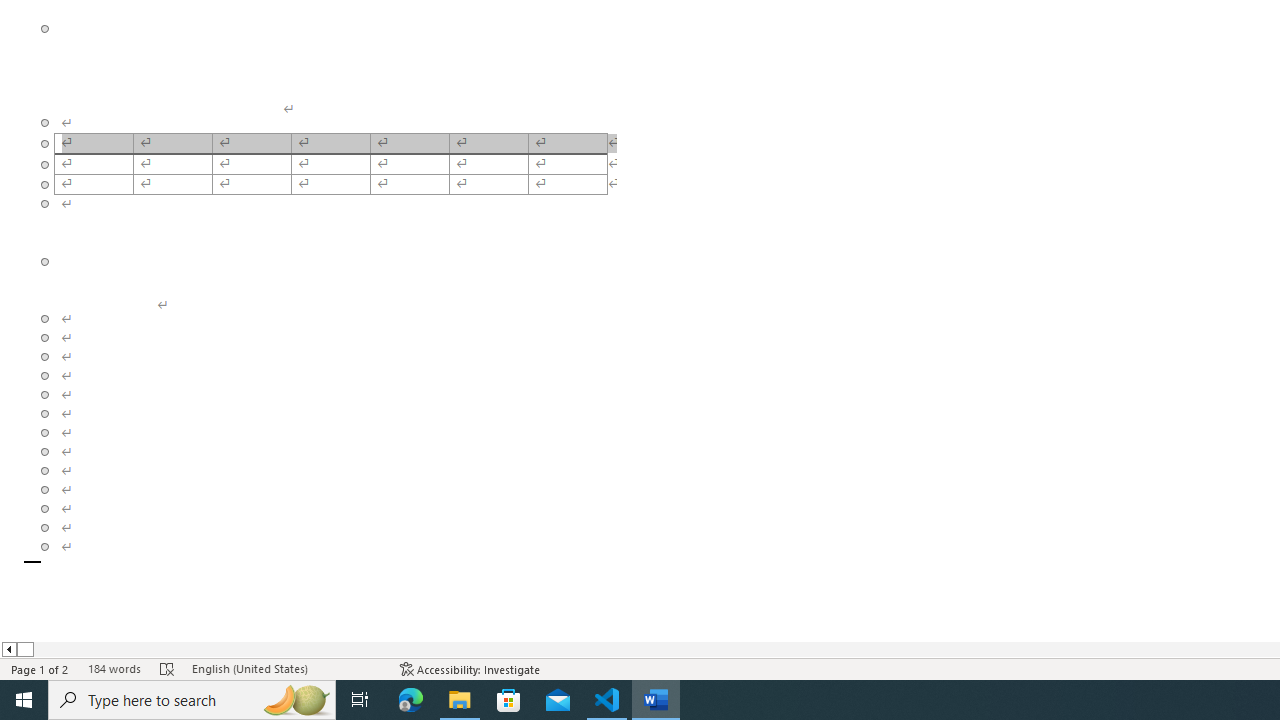 This screenshot has height=720, width=1280. Describe the element at coordinates (112, 669) in the screenshot. I see `'Word Count 184 words'` at that location.